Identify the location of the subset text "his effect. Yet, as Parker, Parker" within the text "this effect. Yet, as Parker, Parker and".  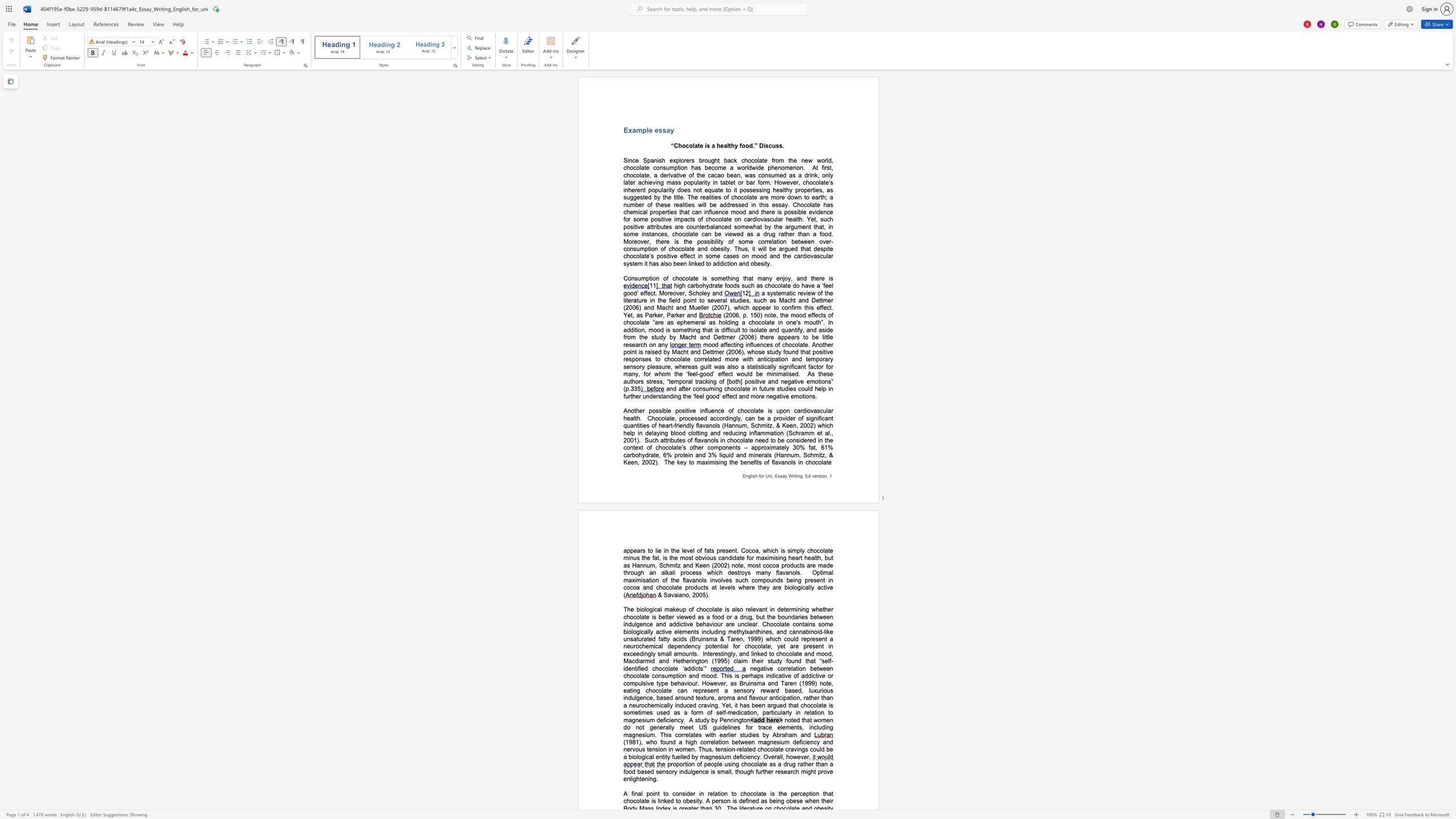
(806, 307).